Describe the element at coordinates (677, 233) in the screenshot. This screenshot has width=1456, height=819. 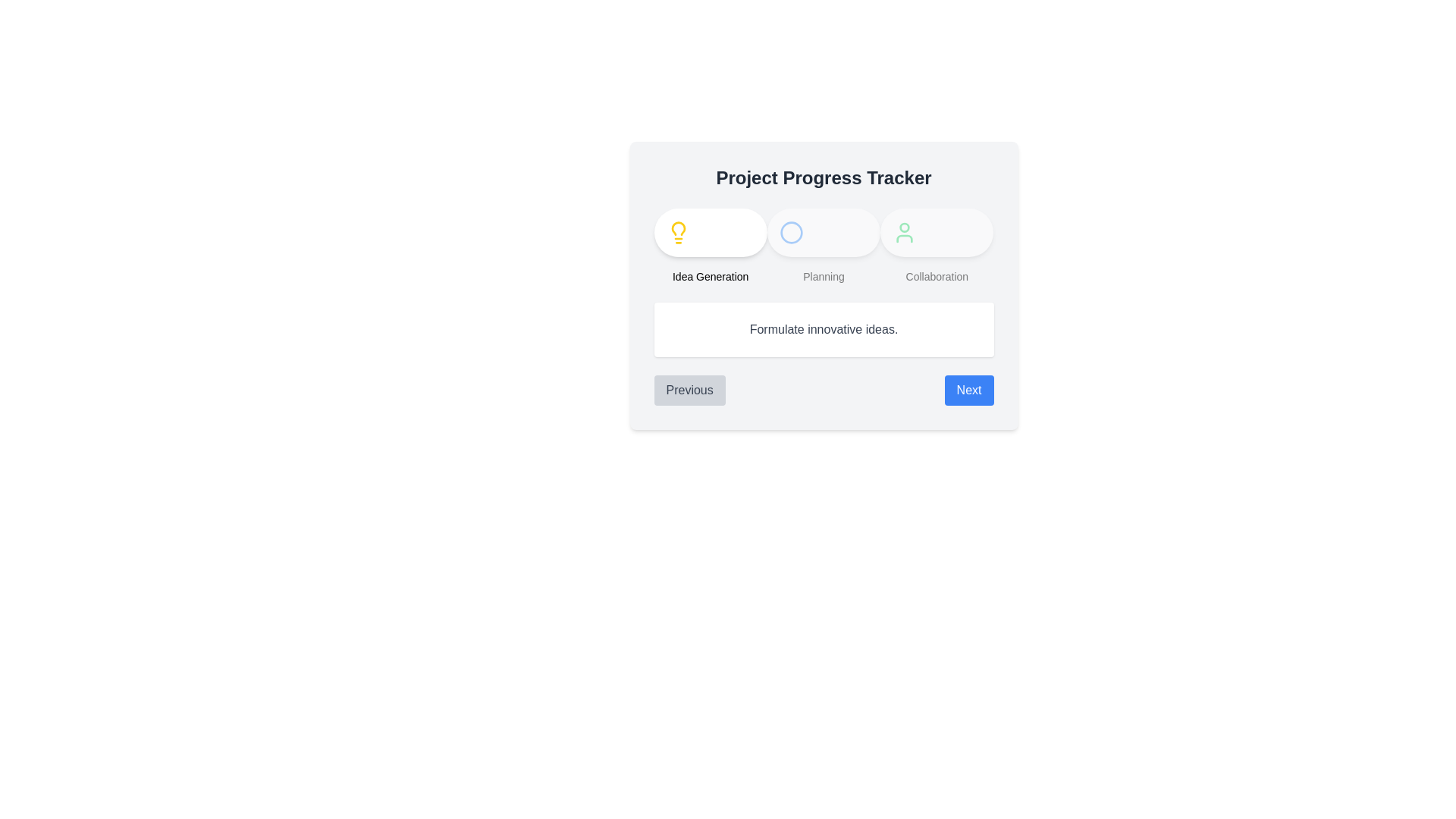
I see `the step icon corresponding to Idea Generation to select it` at that location.